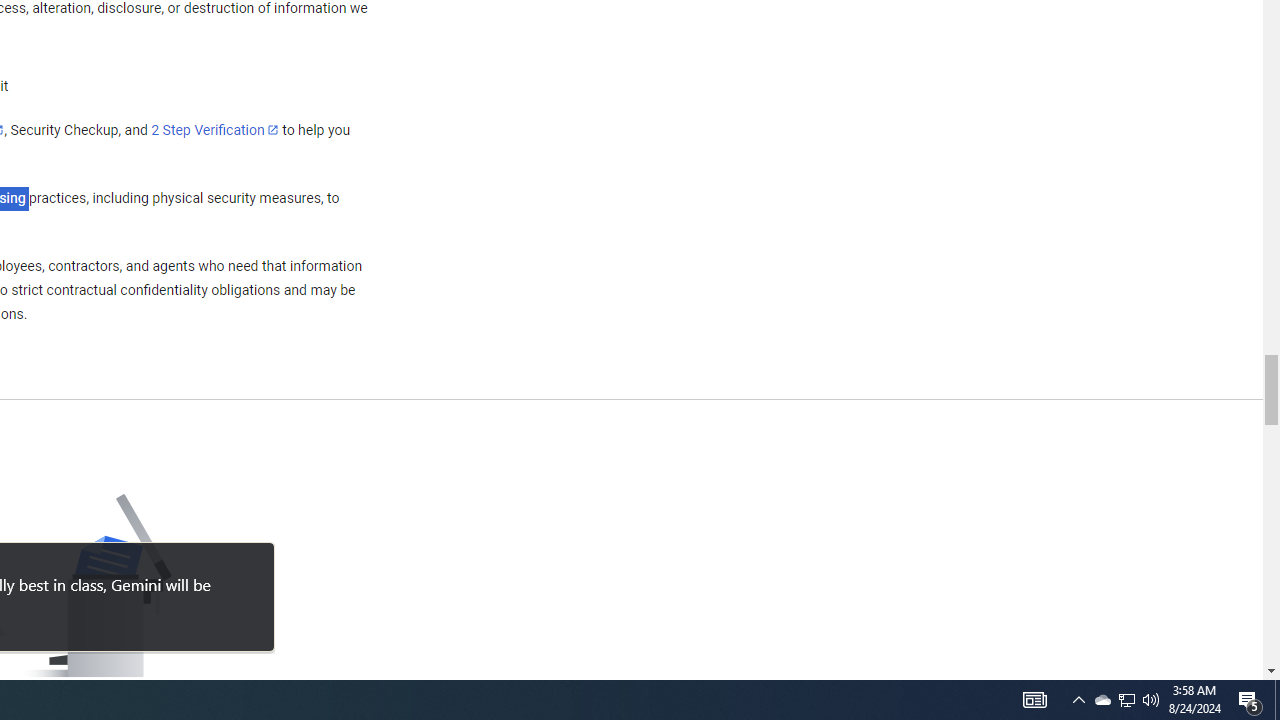 Image resolution: width=1280 pixels, height=720 pixels. What do you see at coordinates (215, 129) in the screenshot?
I see `'2 Step Verification'` at bounding box center [215, 129].